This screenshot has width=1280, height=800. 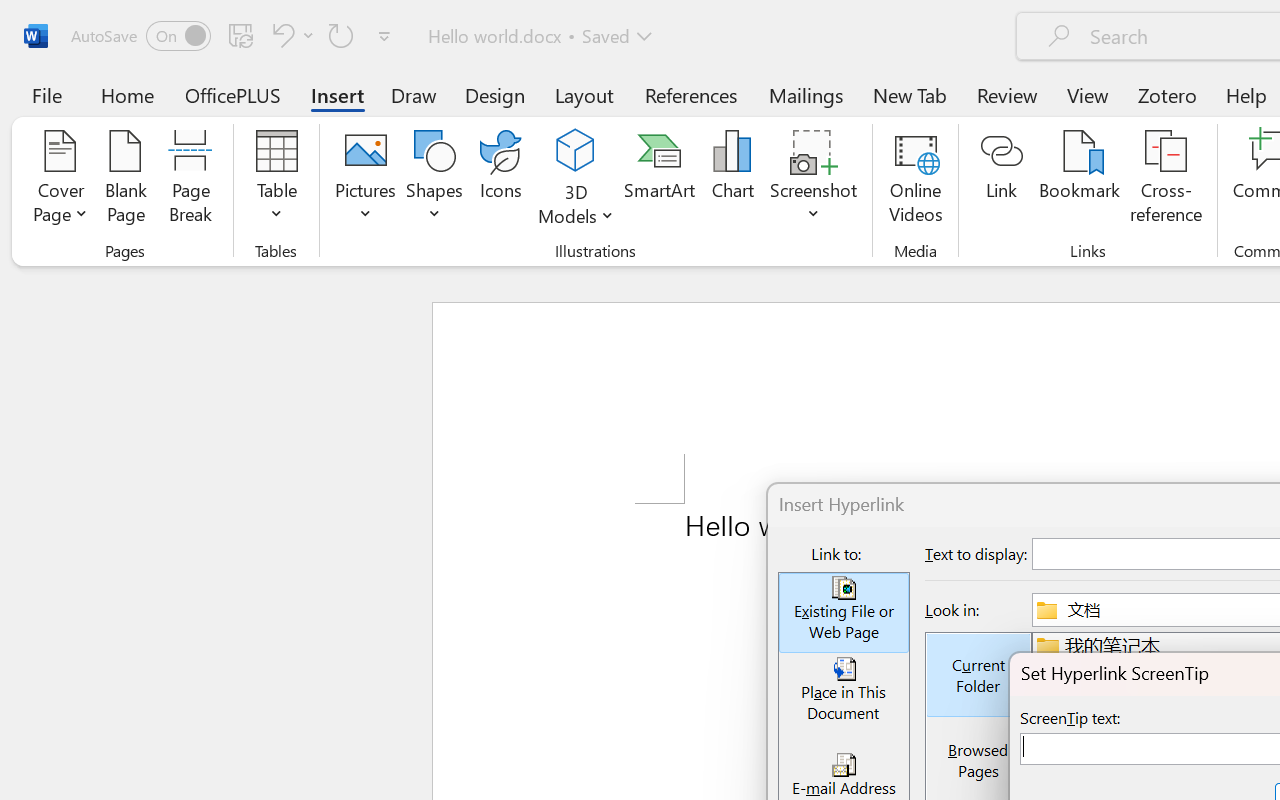 I want to click on 'Save', so click(x=240, y=34).